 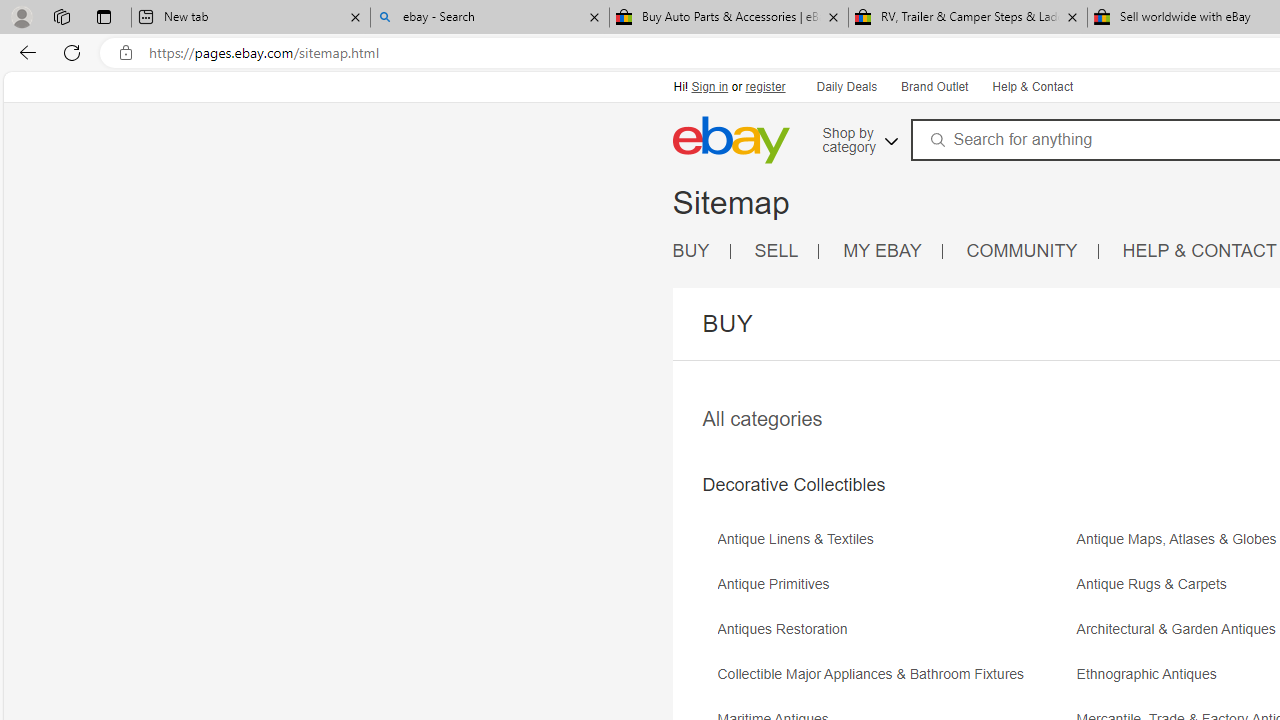 I want to click on 'View site information', so click(x=125, y=52).